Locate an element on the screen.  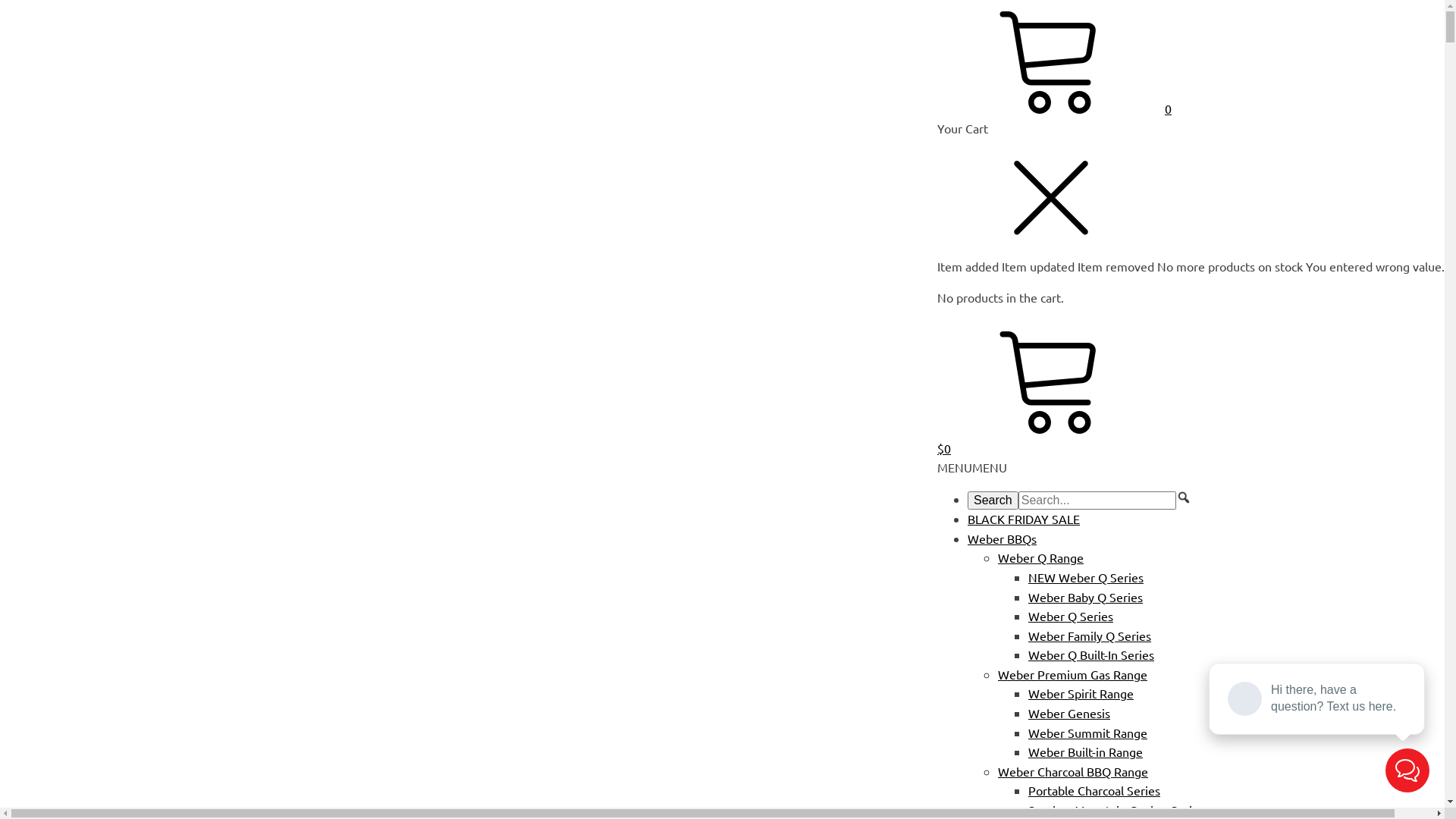
'Weber BBQs' is located at coordinates (1002, 537).